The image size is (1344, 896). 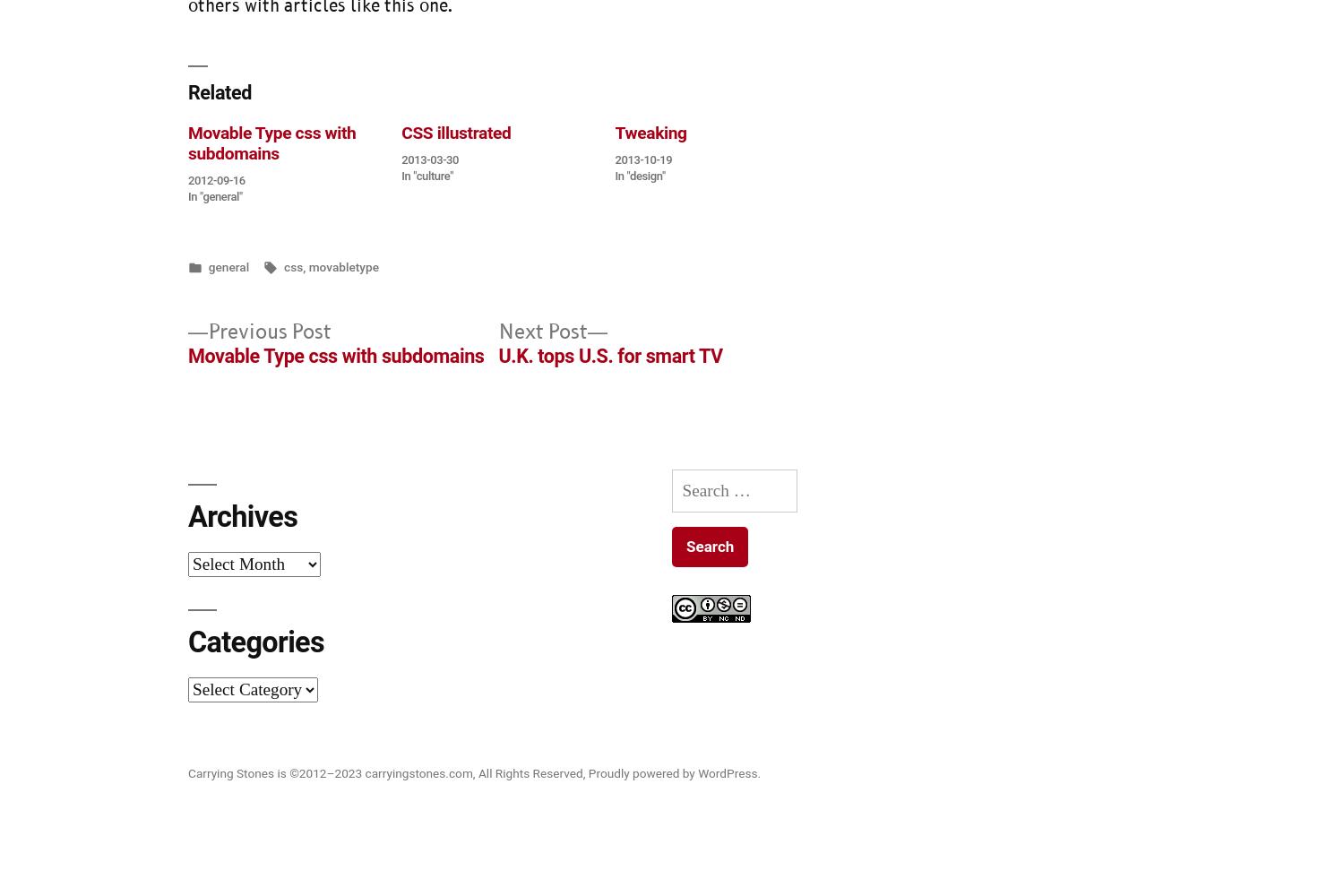 I want to click on 'Proudly powered by WordPress.', so click(x=674, y=772).